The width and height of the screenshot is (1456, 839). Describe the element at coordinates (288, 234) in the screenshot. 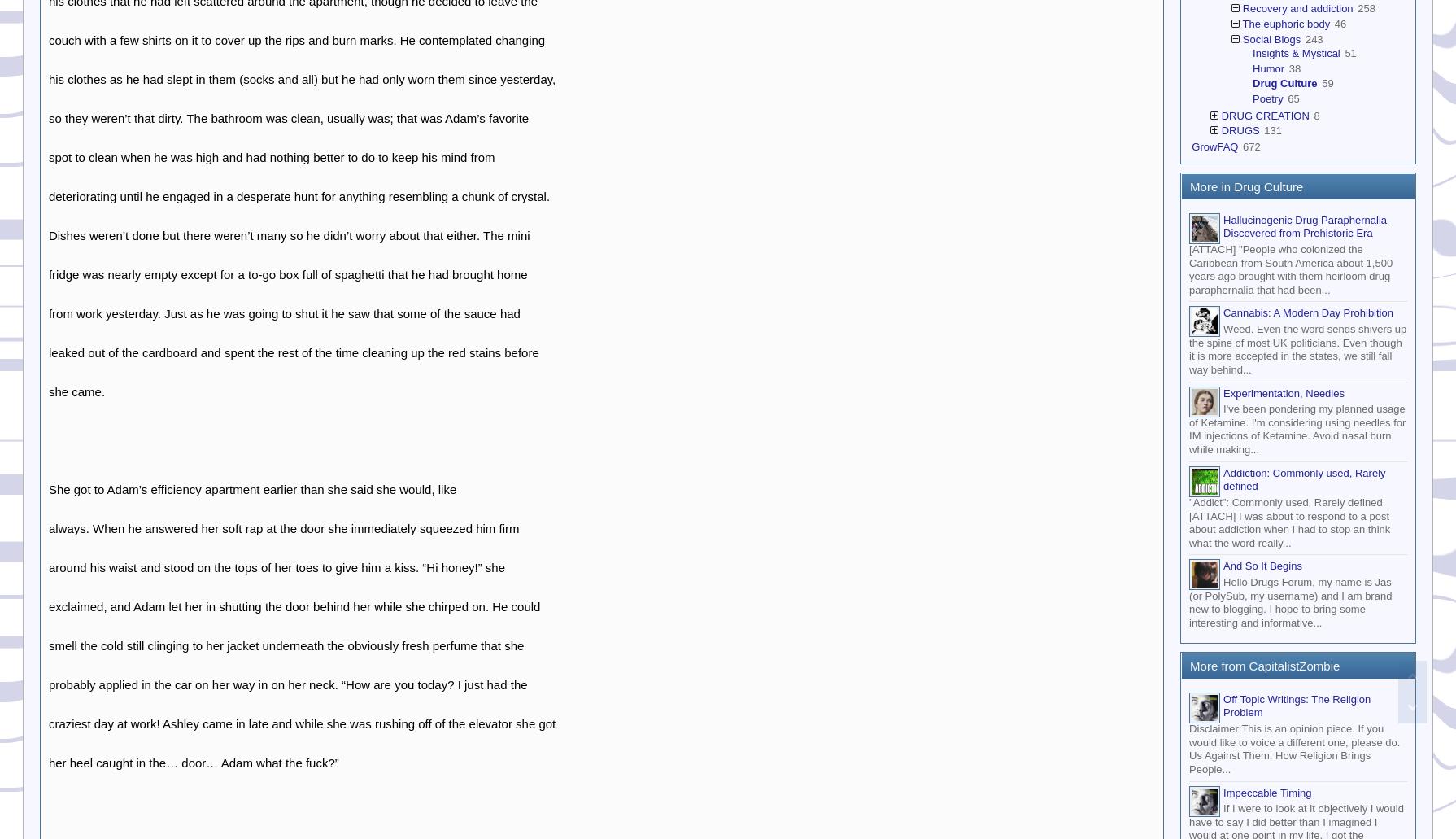

I see `'Dishes weren’t done but there weren’t many so he didn’t worry about that either. The mini'` at that location.